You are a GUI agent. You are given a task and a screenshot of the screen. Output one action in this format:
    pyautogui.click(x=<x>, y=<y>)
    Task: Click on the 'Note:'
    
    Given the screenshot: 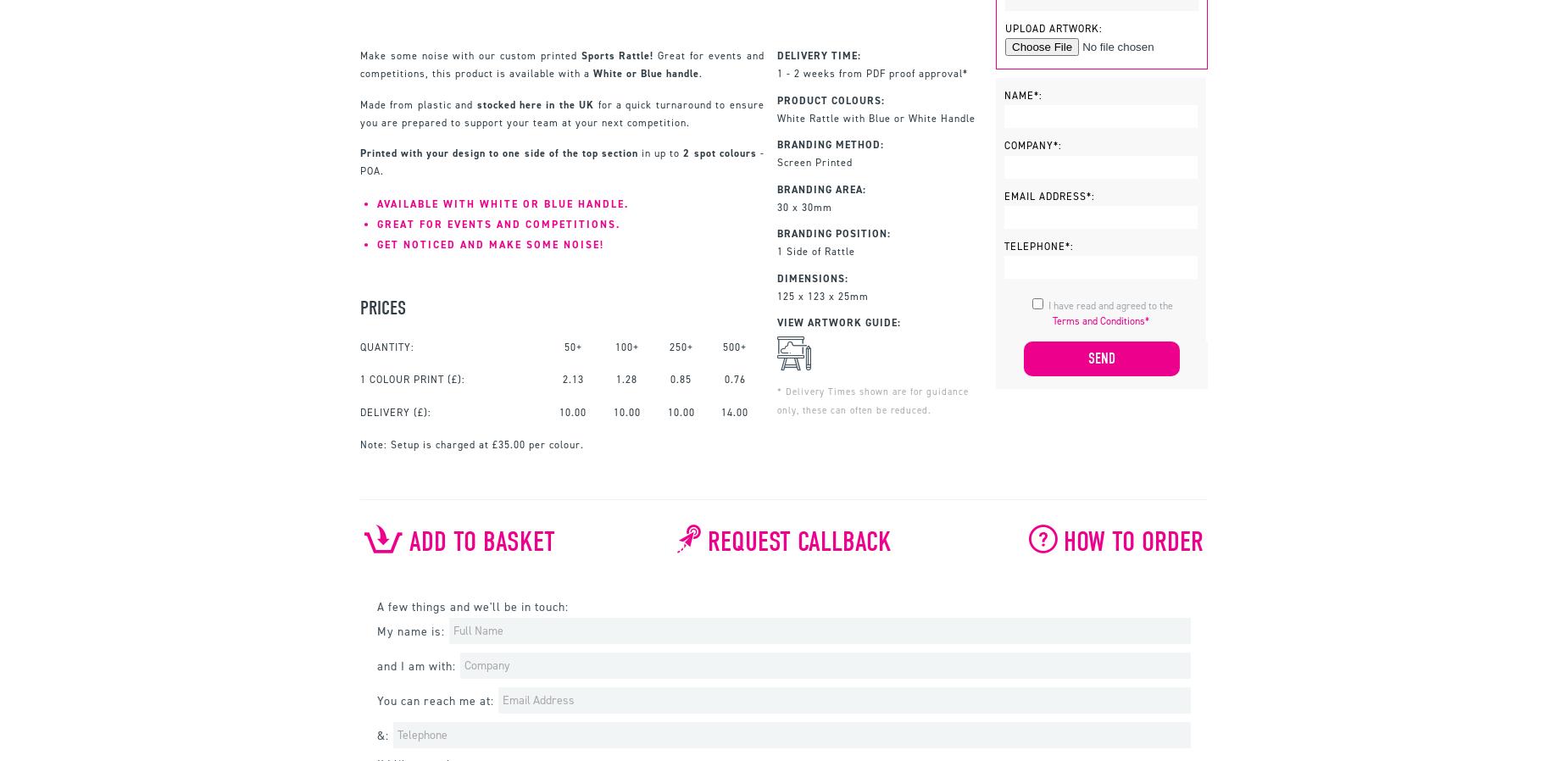 What is the action you would take?
    pyautogui.click(x=373, y=442)
    